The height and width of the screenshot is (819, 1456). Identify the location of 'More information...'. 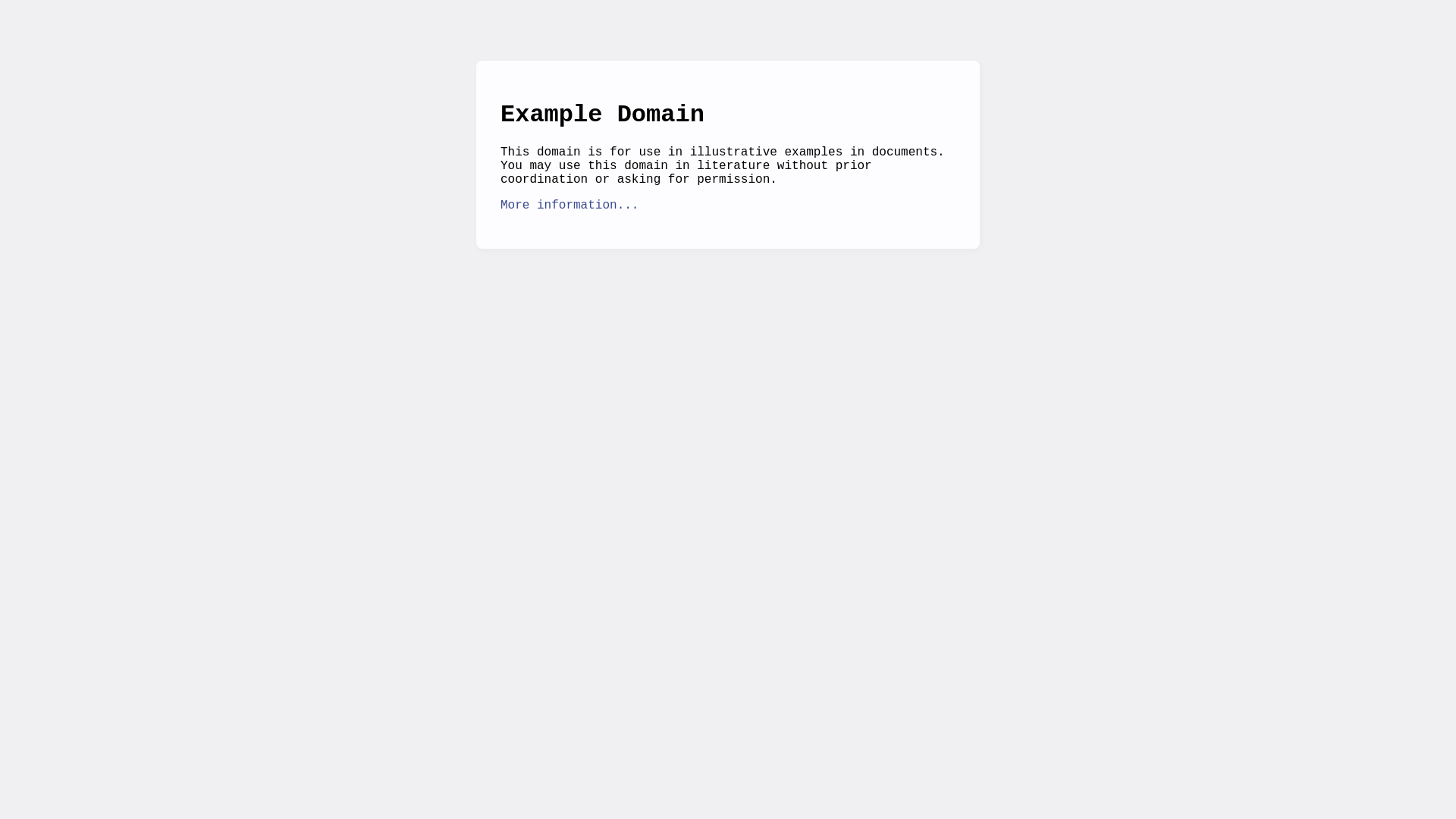
(568, 205).